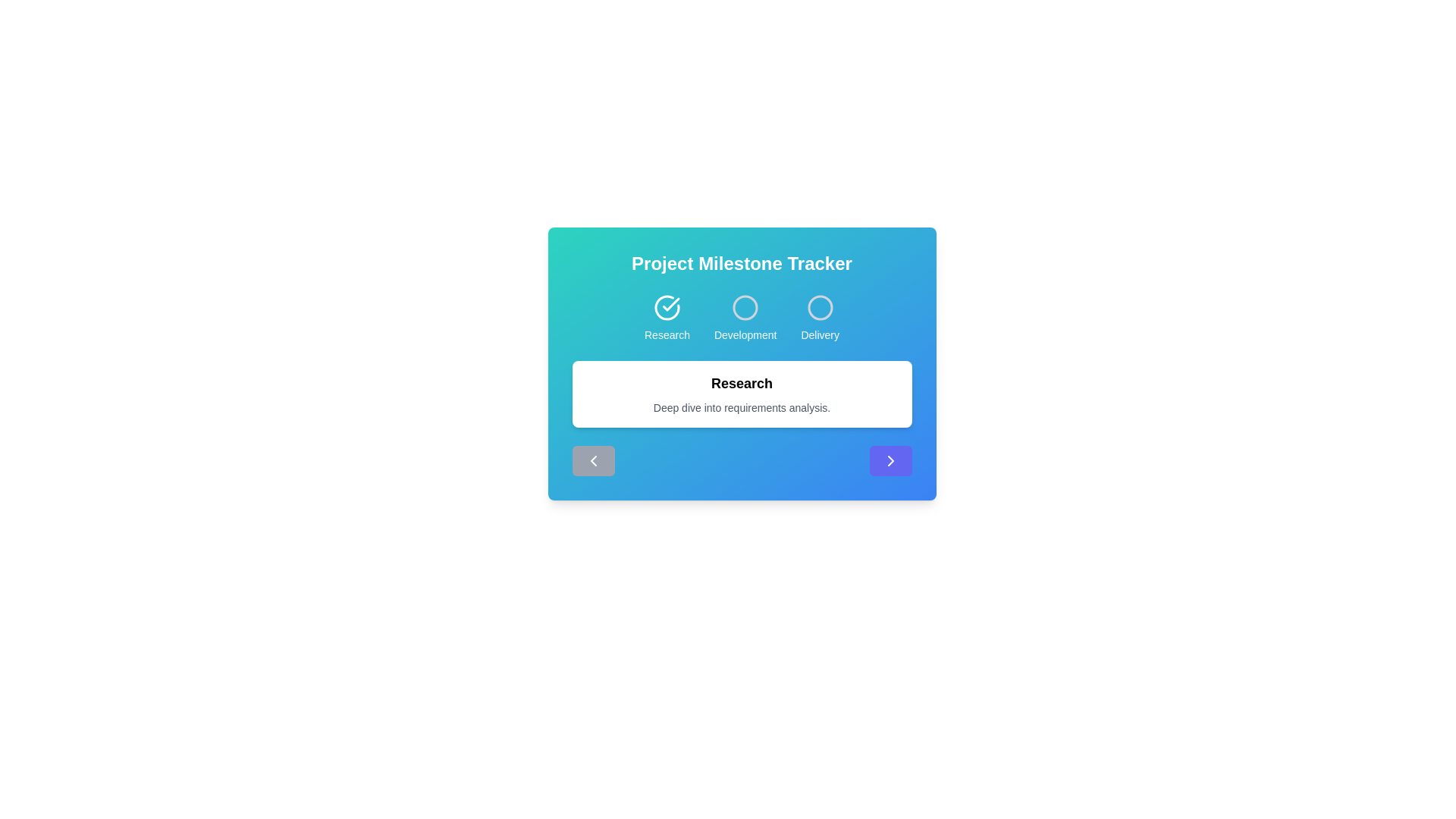  Describe the element at coordinates (890, 460) in the screenshot. I see `the rightward-pointing chevron icon with a blue background located at the bottom-right of the card interface to proceed to the next section` at that location.